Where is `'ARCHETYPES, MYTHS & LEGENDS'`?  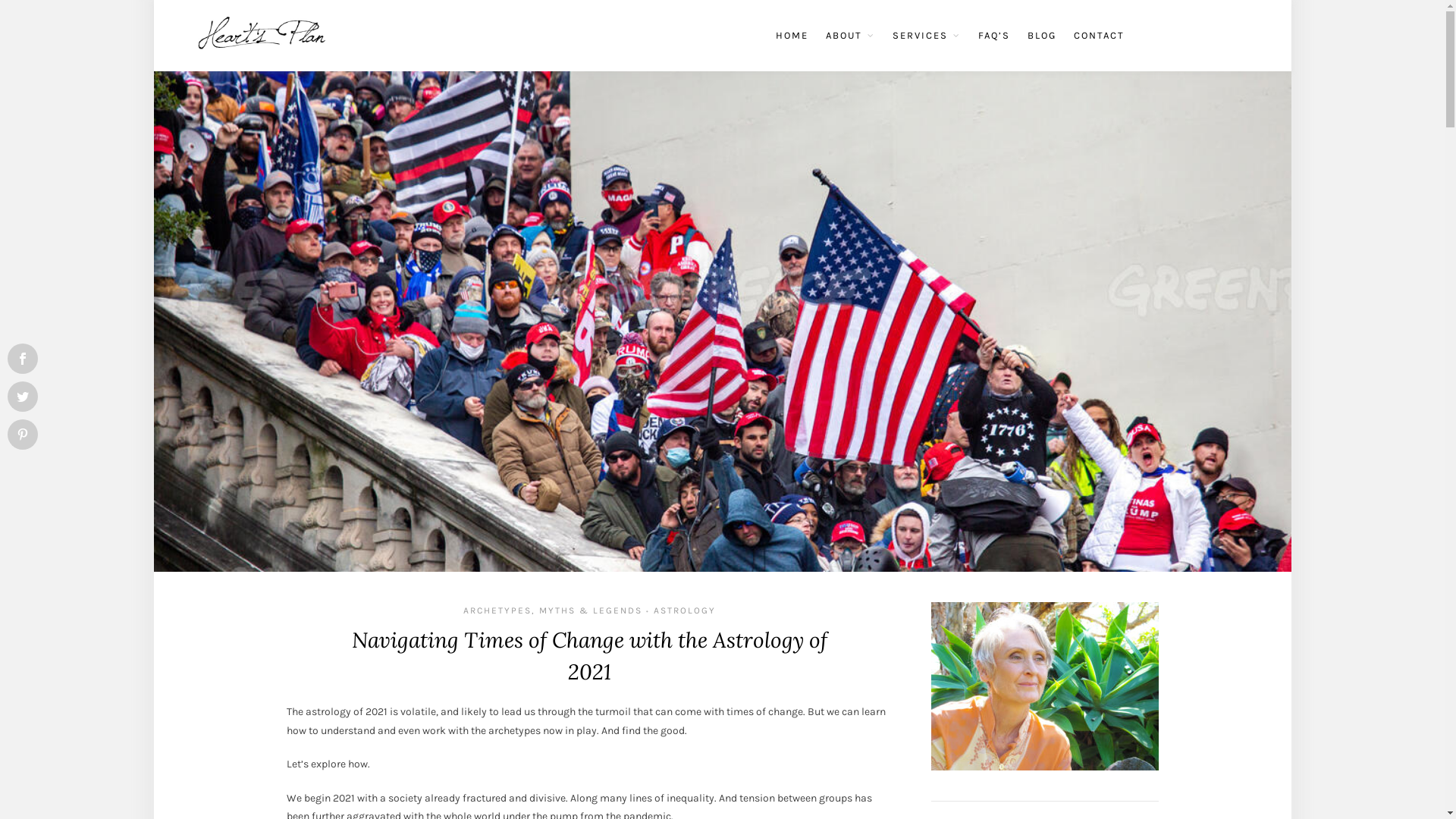 'ARCHETYPES, MYTHS & LEGENDS' is located at coordinates (552, 610).